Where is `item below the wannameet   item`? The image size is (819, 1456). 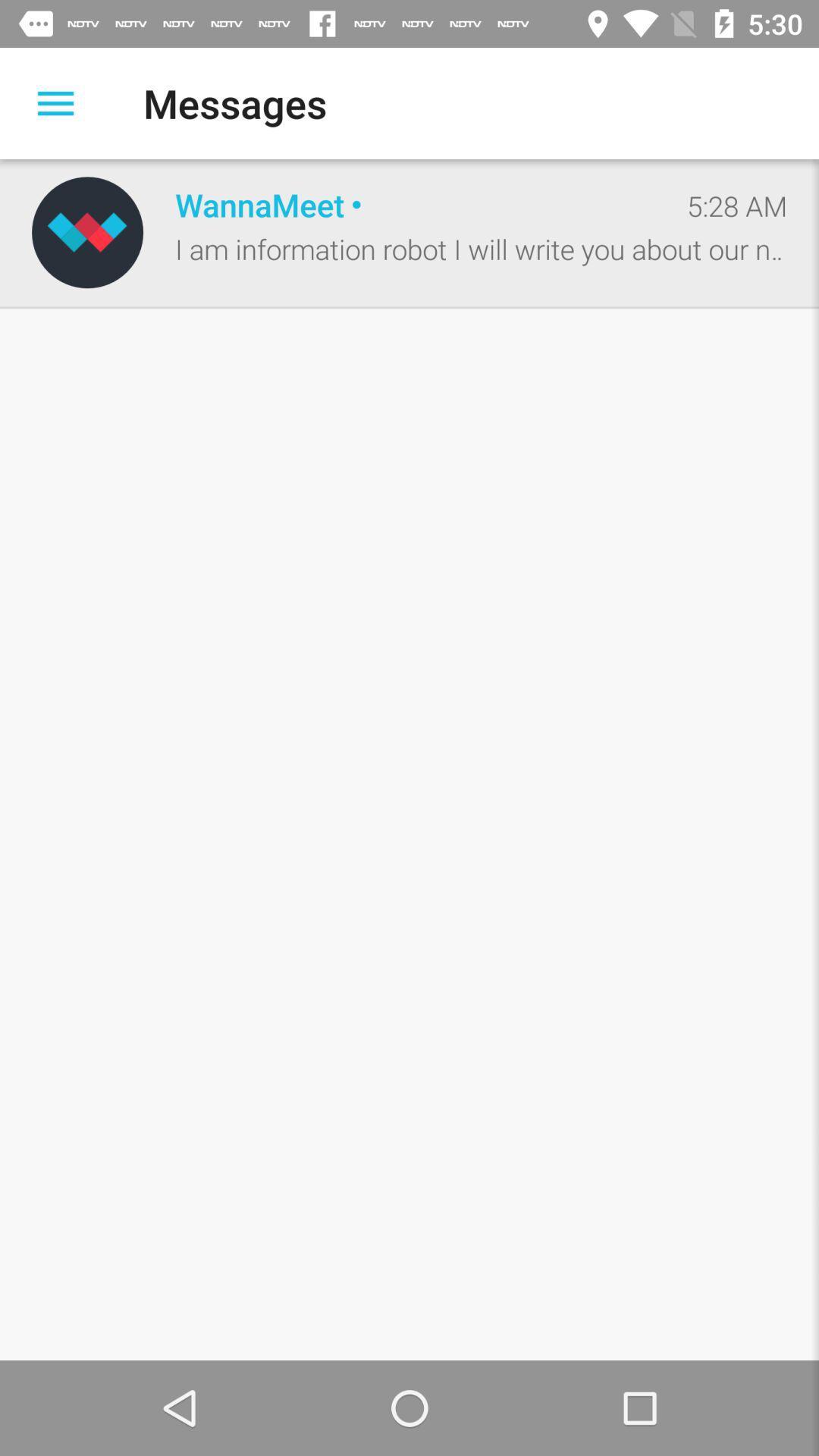
item below the wannameet   item is located at coordinates (481, 249).